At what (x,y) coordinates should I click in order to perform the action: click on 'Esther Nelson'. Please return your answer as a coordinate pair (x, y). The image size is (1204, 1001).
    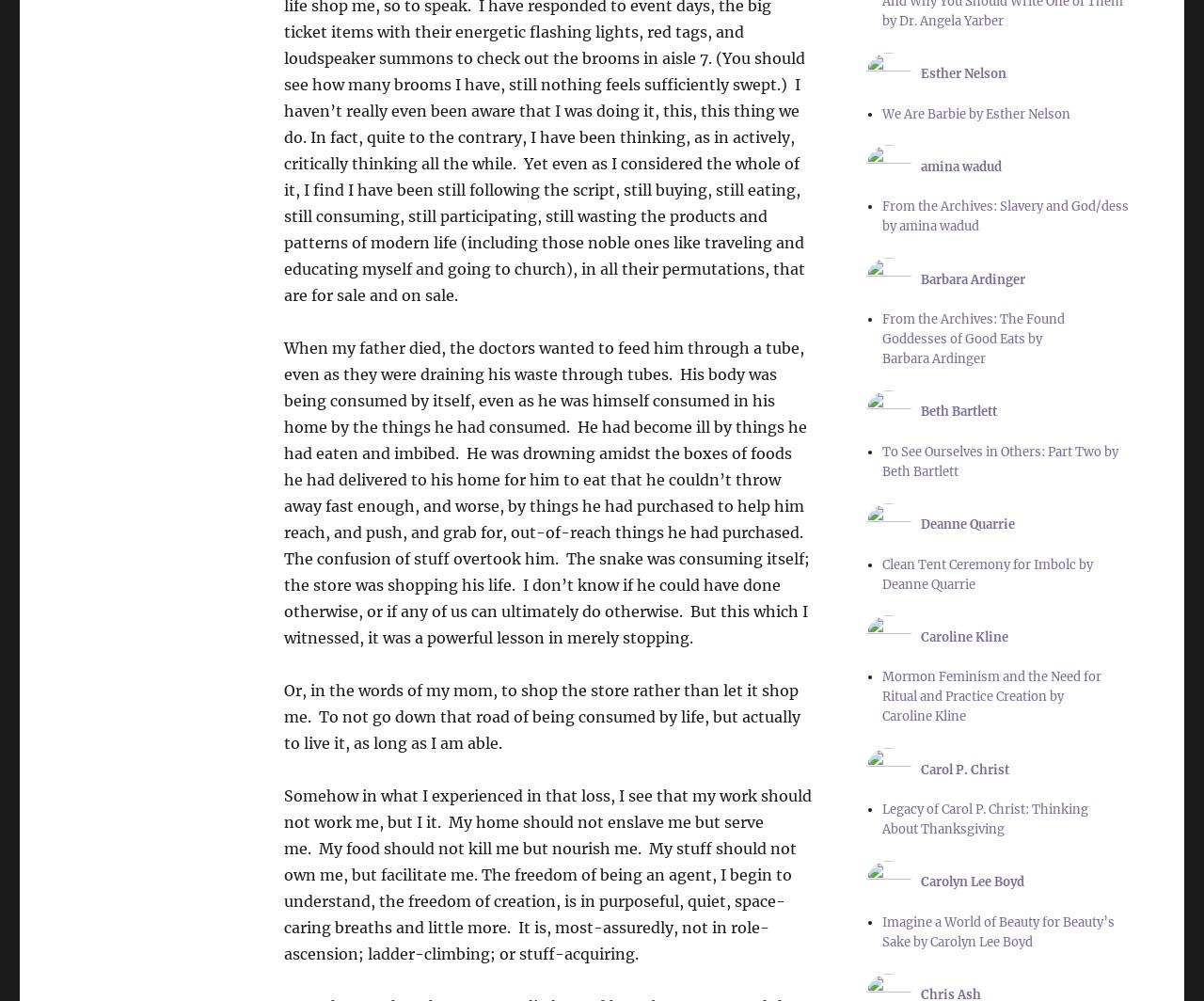
    Looking at the image, I should click on (963, 73).